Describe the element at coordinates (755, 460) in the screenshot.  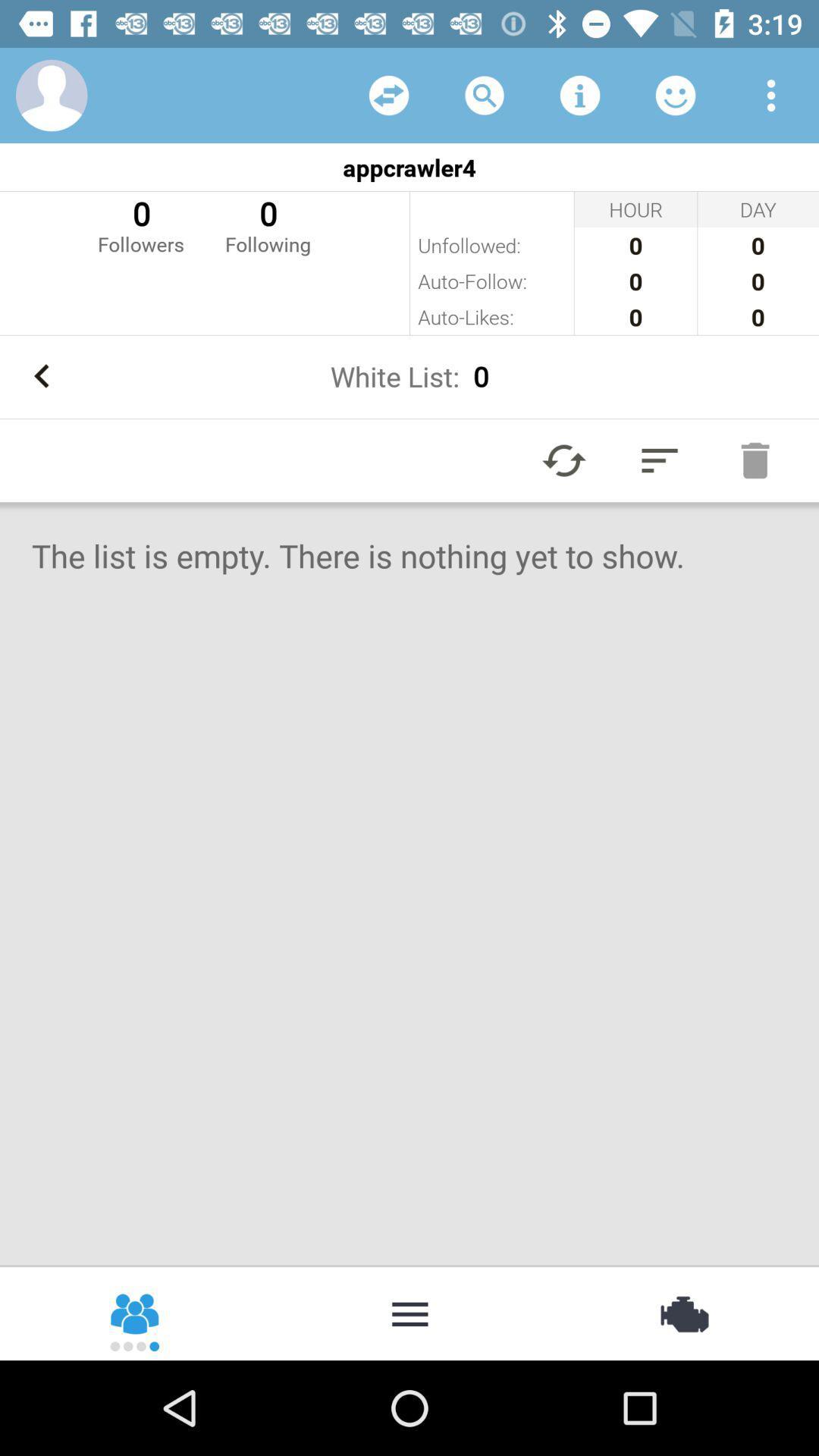
I see `the delete icon` at that location.